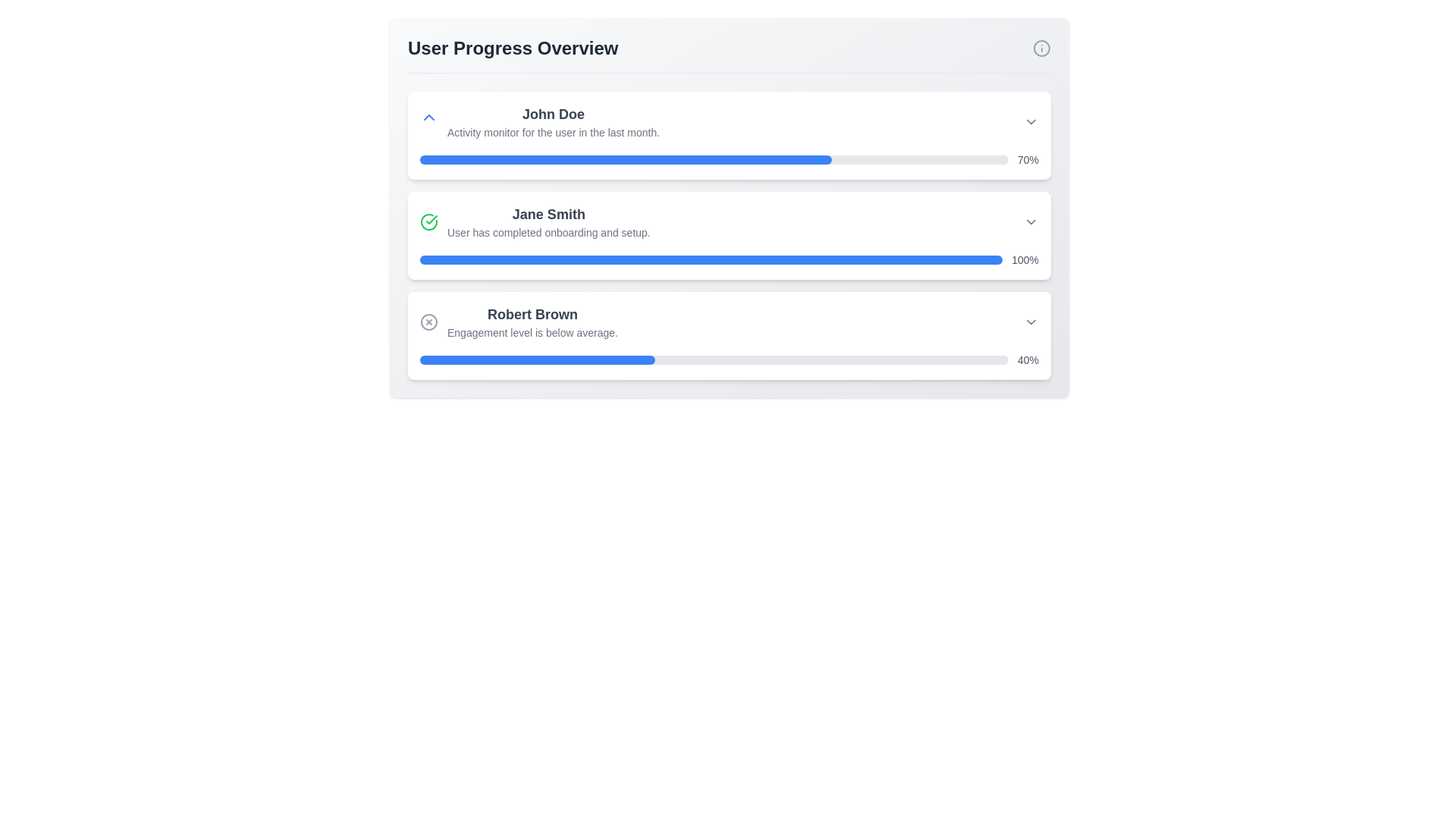 This screenshot has width=1456, height=819. What do you see at coordinates (1040, 48) in the screenshot?
I see `the informational SVG icon with an 'i' in the middle, located at the far right end of the 'User Progress Overview' header` at bounding box center [1040, 48].